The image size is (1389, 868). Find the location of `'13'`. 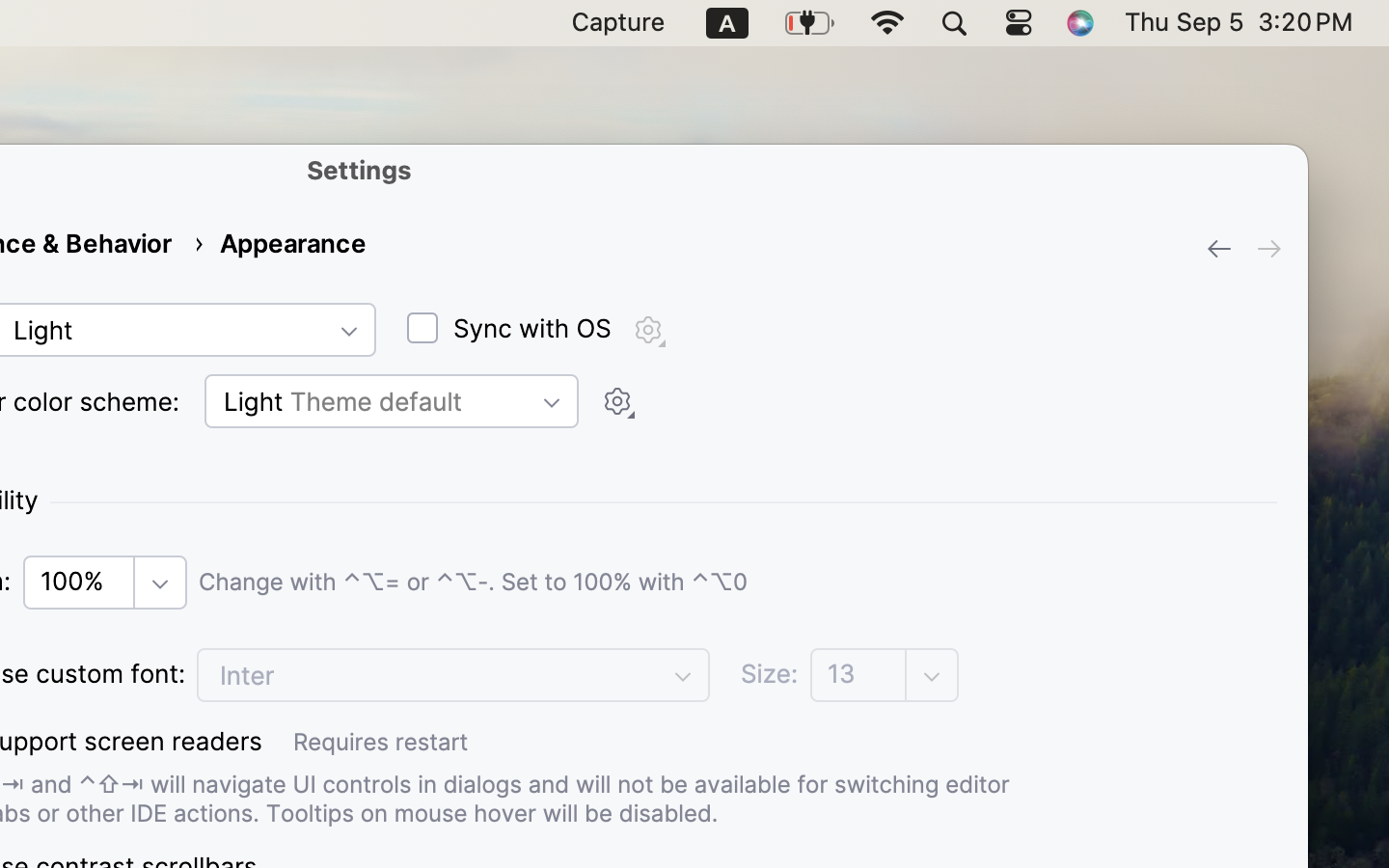

'13' is located at coordinates (858, 673).